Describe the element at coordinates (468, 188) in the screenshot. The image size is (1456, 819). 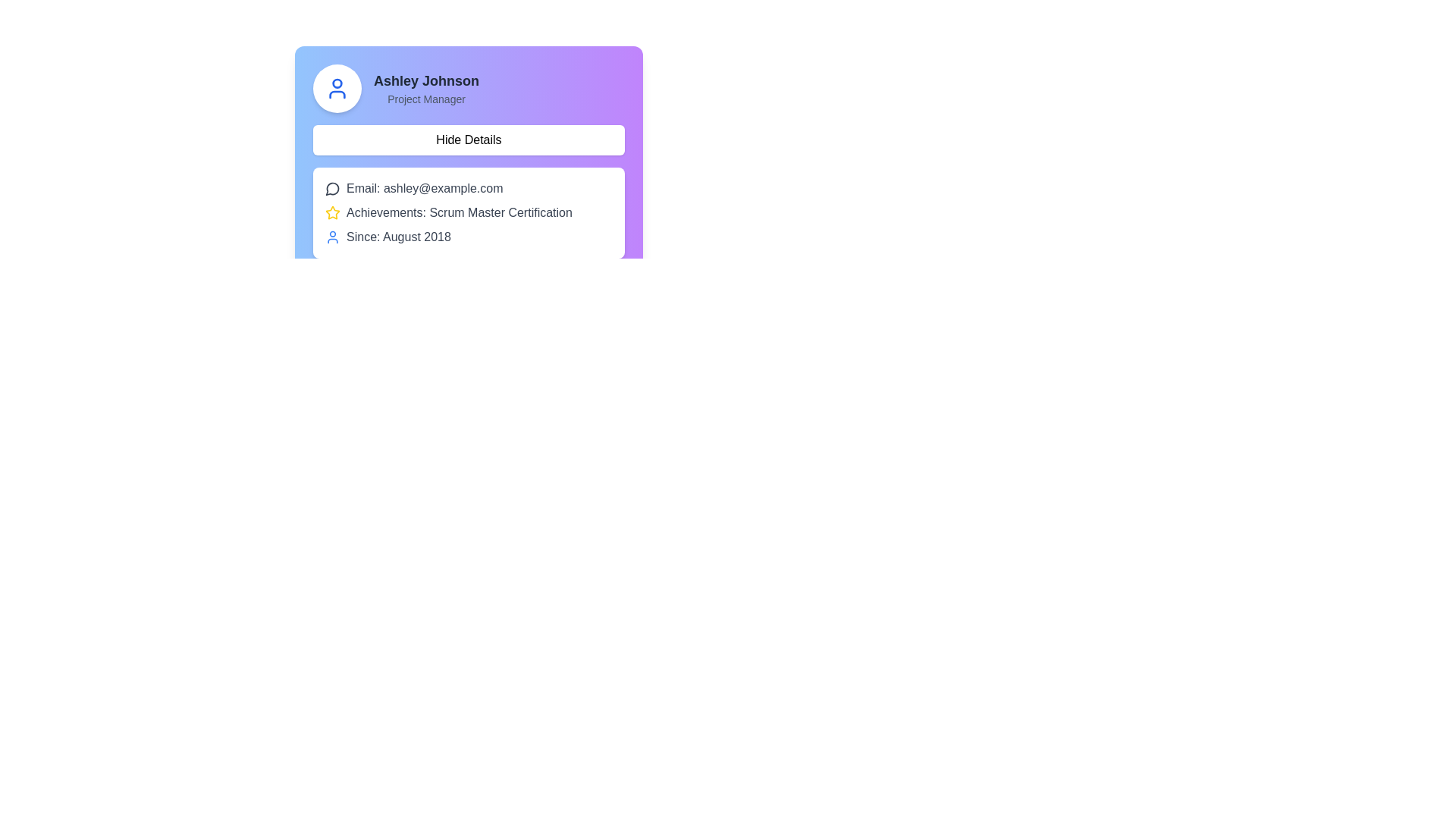
I see `the label displaying 'Email: ashley@example.com' that is paired with a message bubble icon, which is the first element in a vertical list of labels` at that location.